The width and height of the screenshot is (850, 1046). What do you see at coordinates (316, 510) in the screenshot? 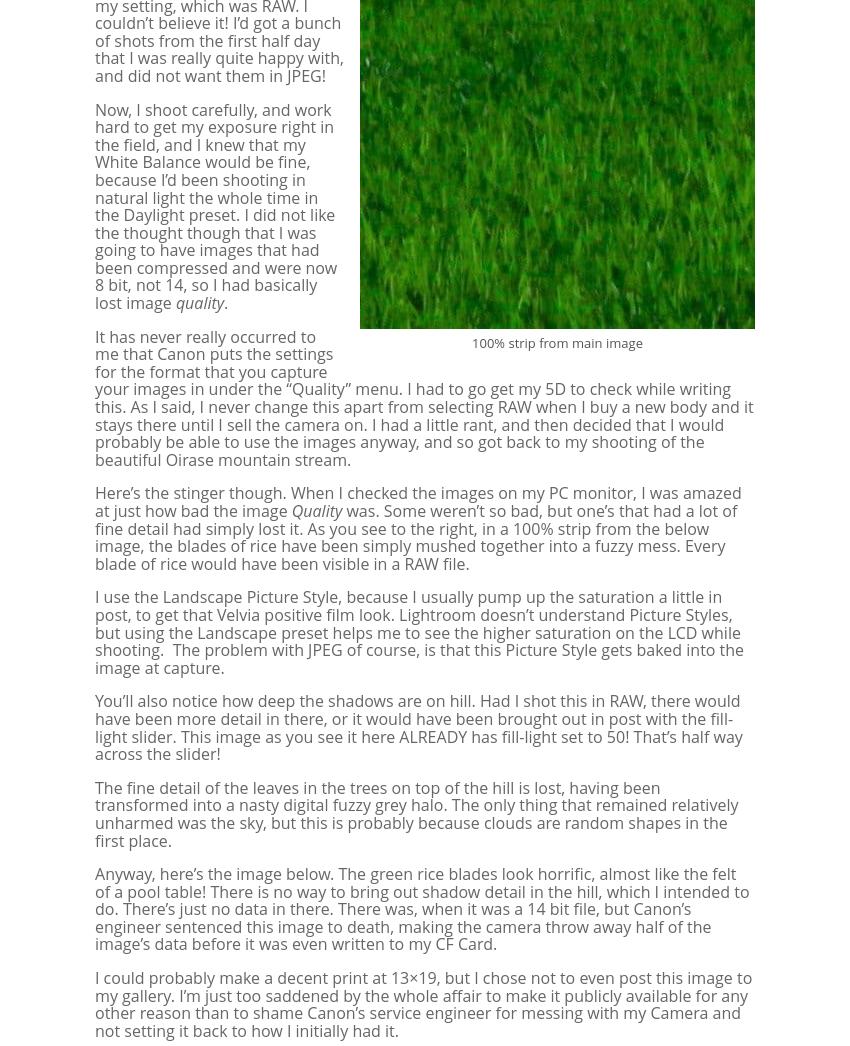
I see `'Quality'` at bounding box center [316, 510].